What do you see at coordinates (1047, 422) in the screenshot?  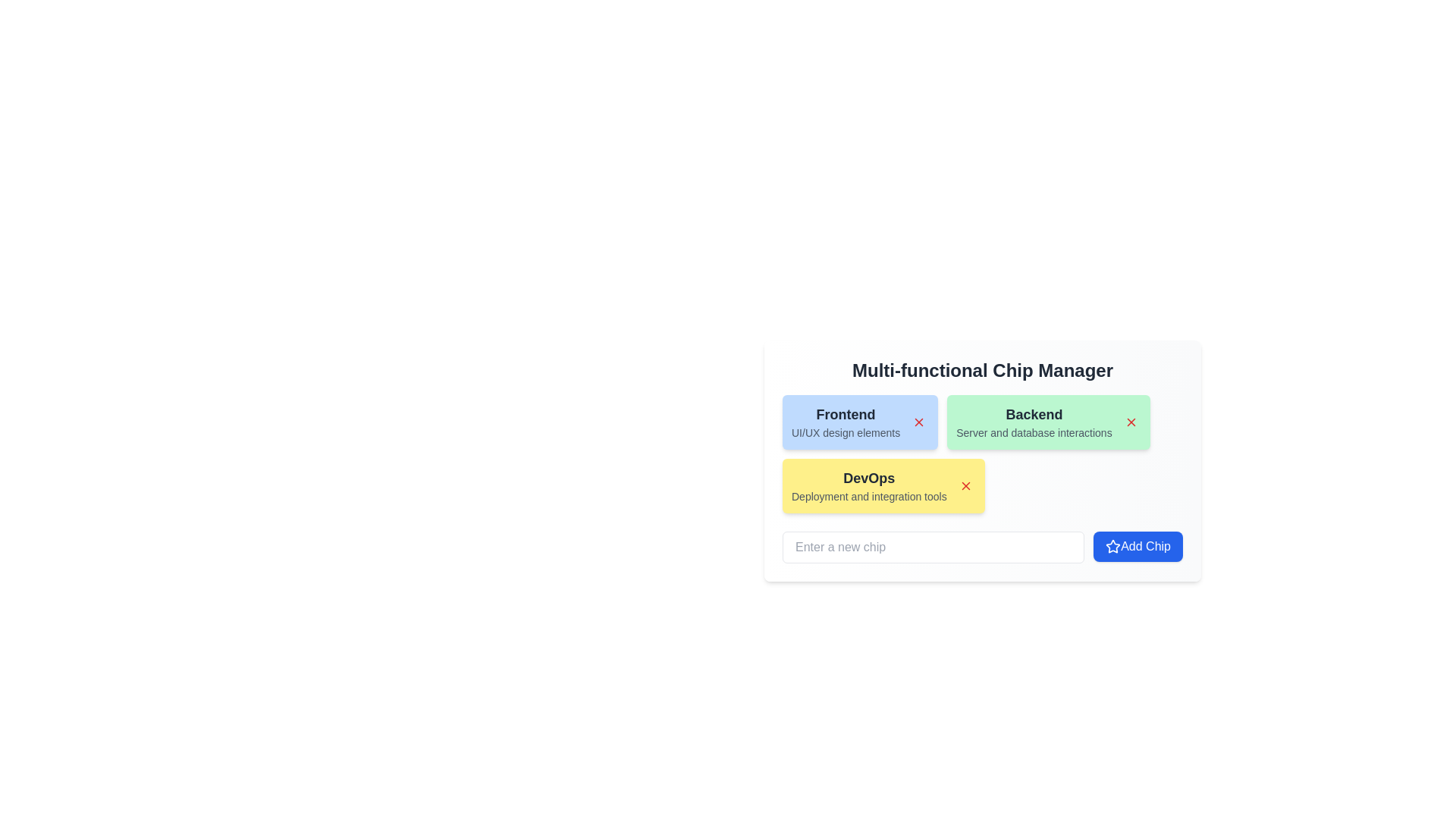 I see `the 'X' icon on the second card in the Multi-functional Chip Manager` at bounding box center [1047, 422].